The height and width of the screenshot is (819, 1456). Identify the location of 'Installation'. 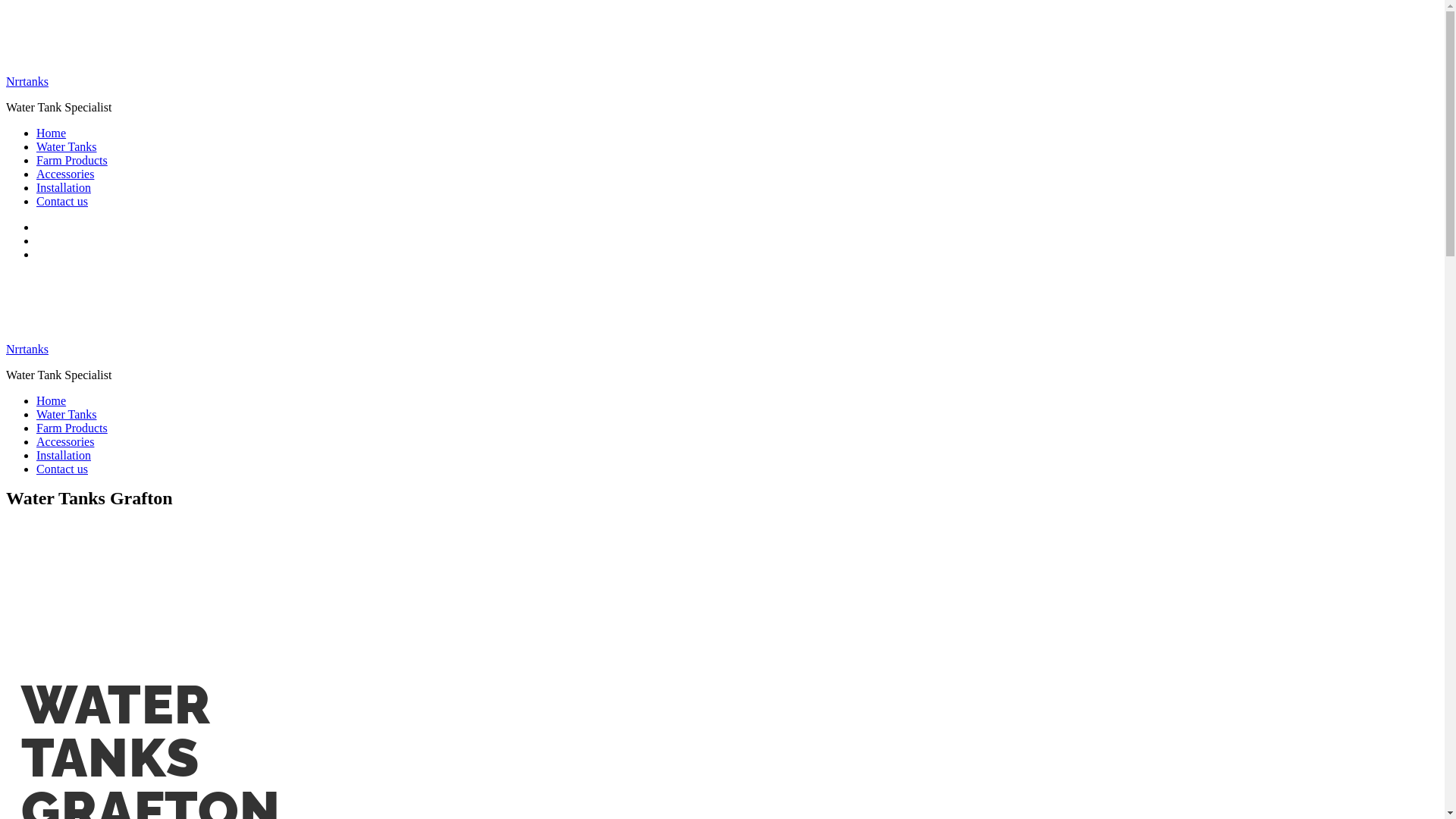
(62, 187).